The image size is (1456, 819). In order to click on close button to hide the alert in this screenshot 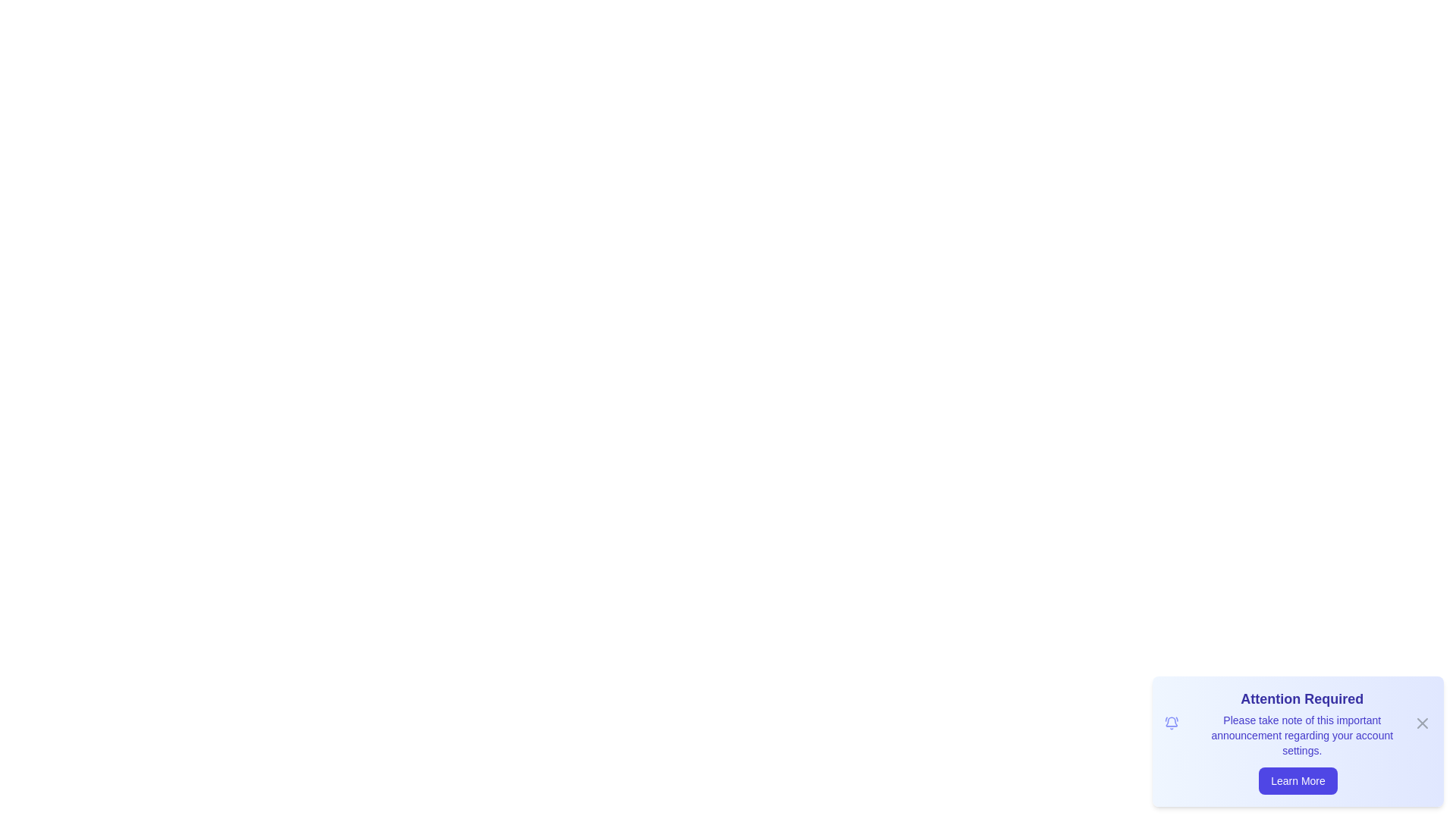, I will do `click(1422, 722)`.